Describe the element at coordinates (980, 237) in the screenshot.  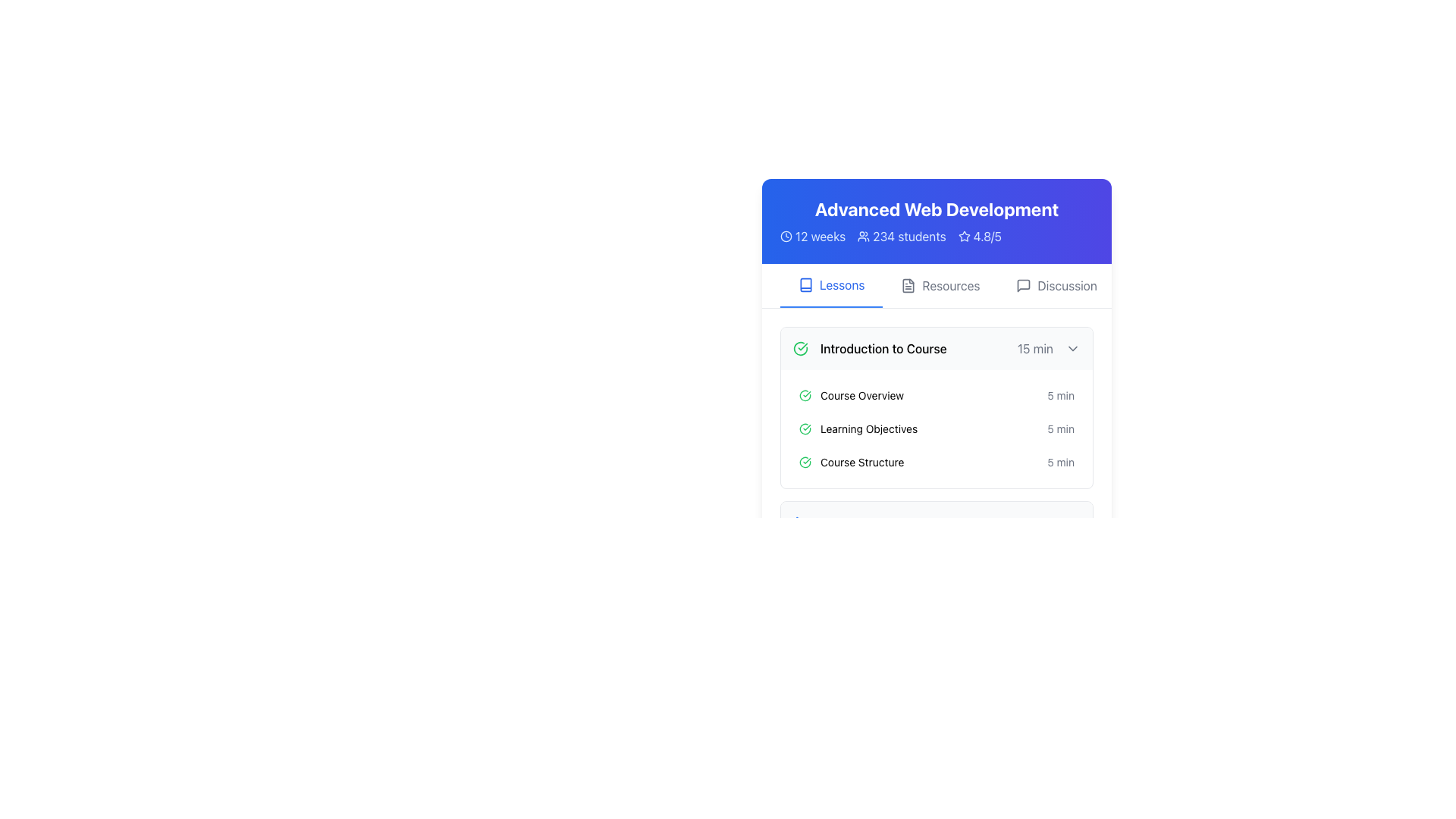
I see `the text element that summarizes the average rating of the course, which is located to the right of '234 students' and has a decorative star icon on its left` at that location.